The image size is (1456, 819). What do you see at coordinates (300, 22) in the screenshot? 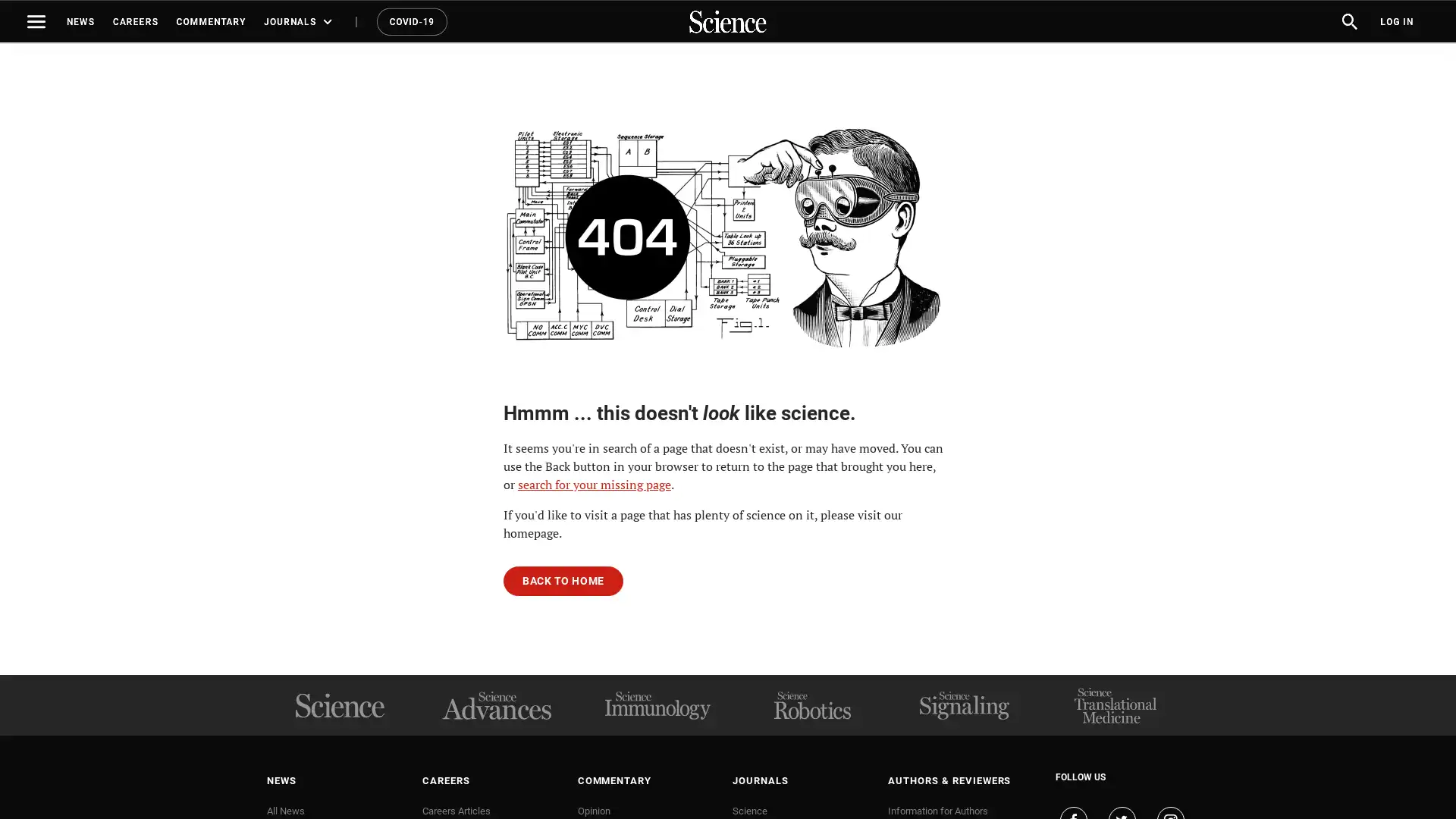
I see `JOURNALS` at bounding box center [300, 22].